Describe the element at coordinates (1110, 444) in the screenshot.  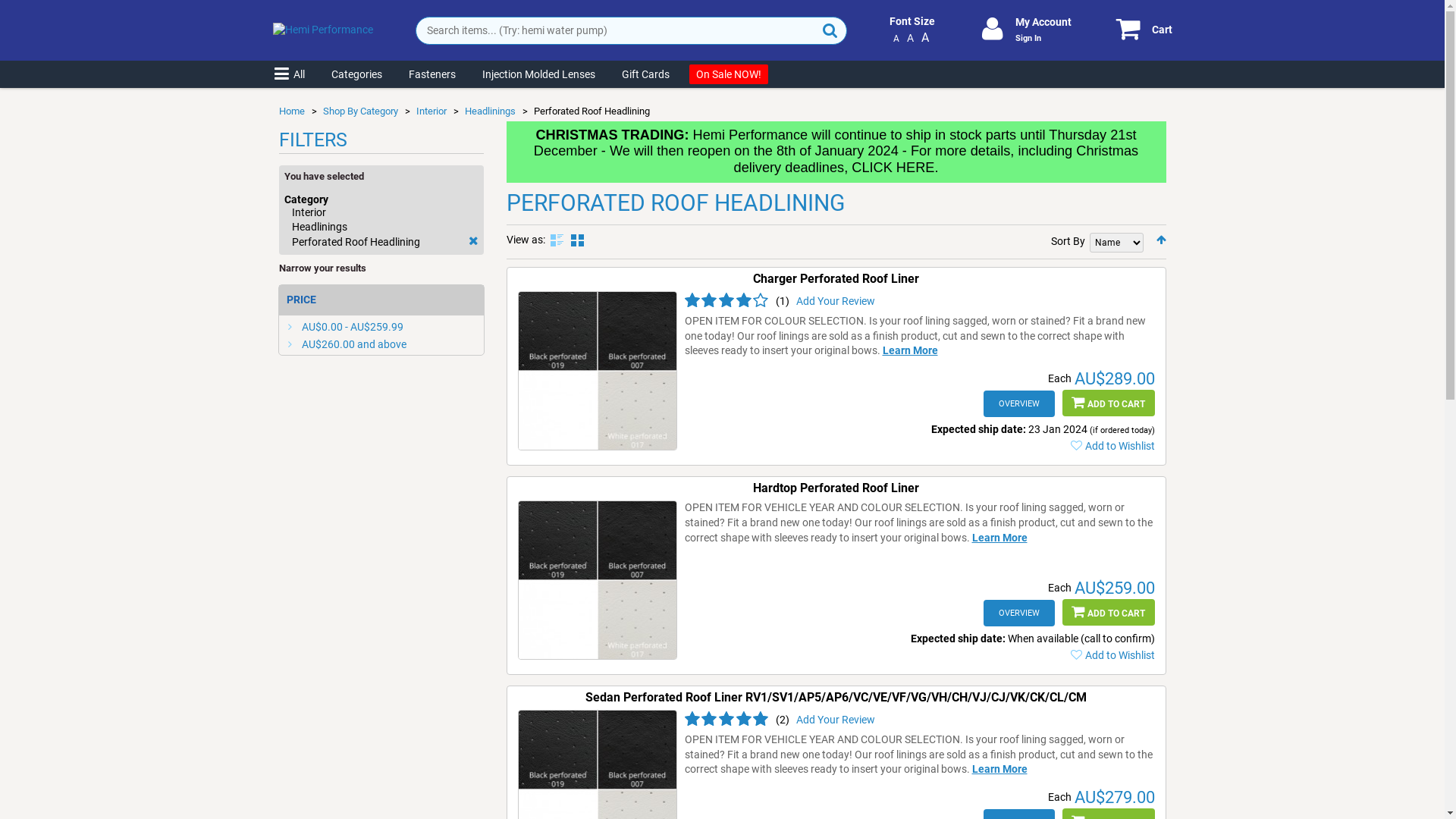
I see `'Add to Wishlist'` at that location.